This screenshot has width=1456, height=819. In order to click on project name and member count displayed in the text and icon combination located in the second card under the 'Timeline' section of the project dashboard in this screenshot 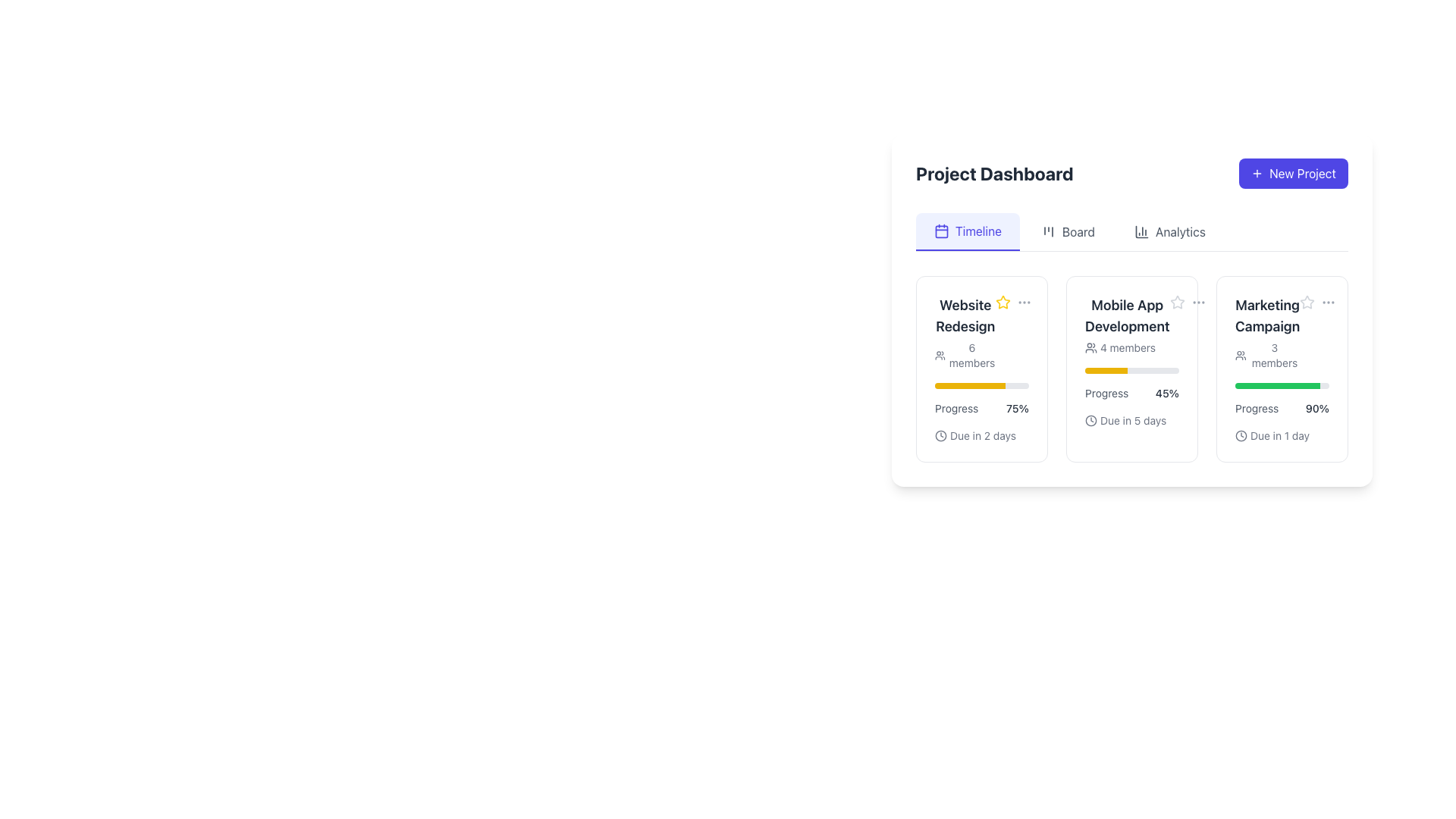, I will do `click(1131, 324)`.